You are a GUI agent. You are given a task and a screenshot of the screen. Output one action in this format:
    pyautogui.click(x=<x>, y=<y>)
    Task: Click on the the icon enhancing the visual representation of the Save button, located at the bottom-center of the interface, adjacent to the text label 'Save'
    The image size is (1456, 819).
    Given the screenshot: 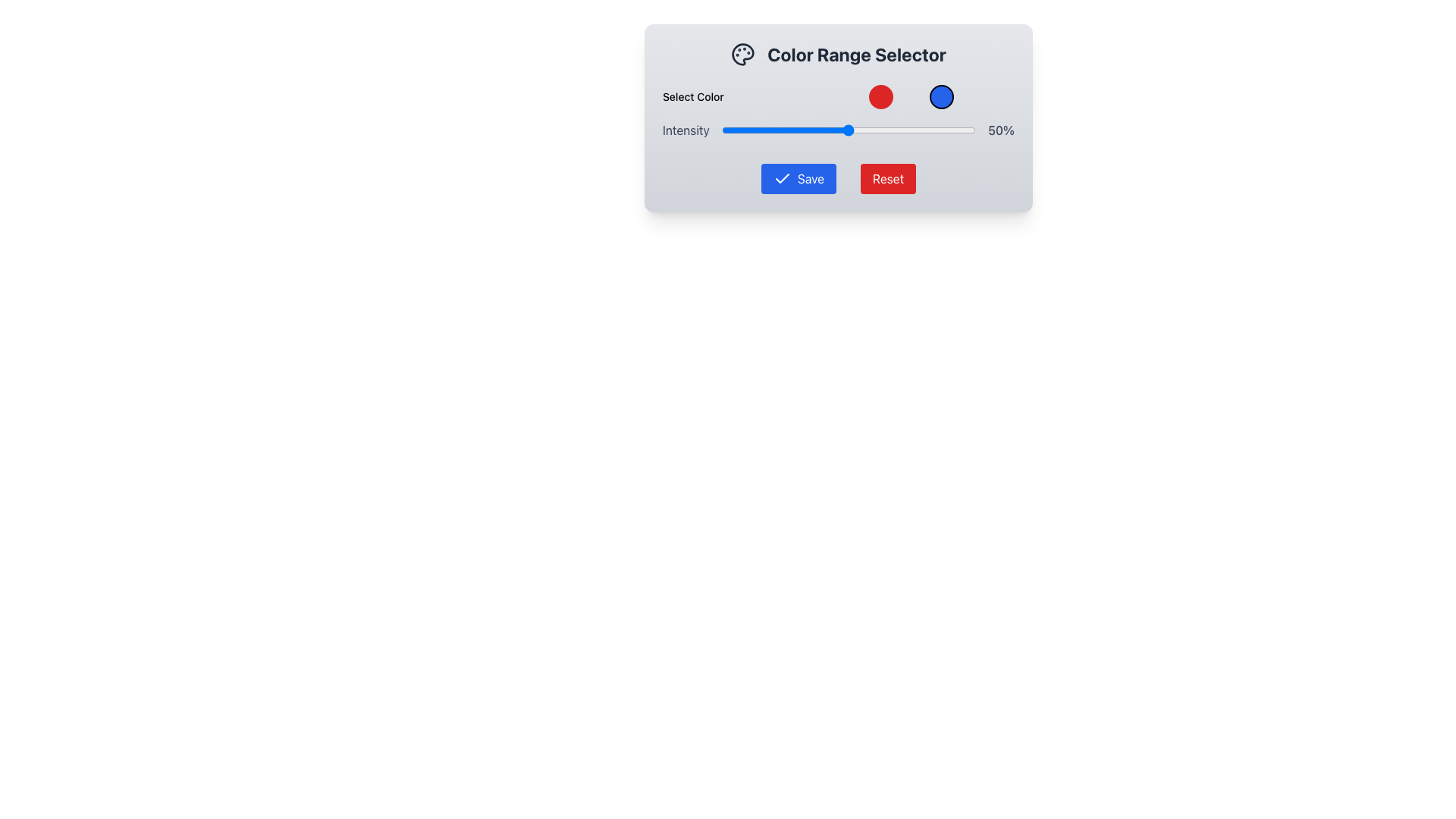 What is the action you would take?
    pyautogui.click(x=783, y=177)
    